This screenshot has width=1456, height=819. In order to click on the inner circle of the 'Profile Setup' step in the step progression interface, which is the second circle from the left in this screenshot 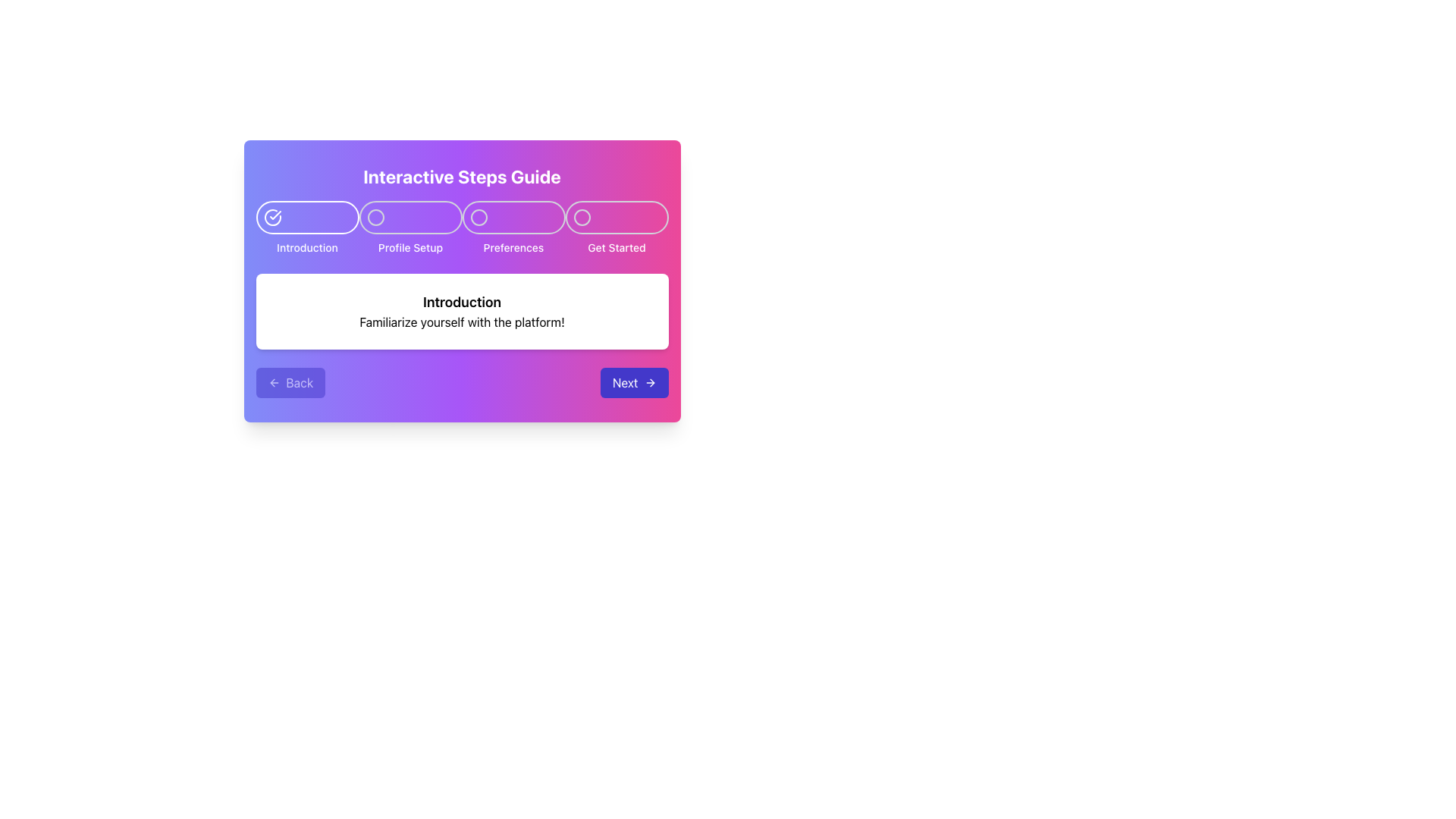, I will do `click(375, 217)`.